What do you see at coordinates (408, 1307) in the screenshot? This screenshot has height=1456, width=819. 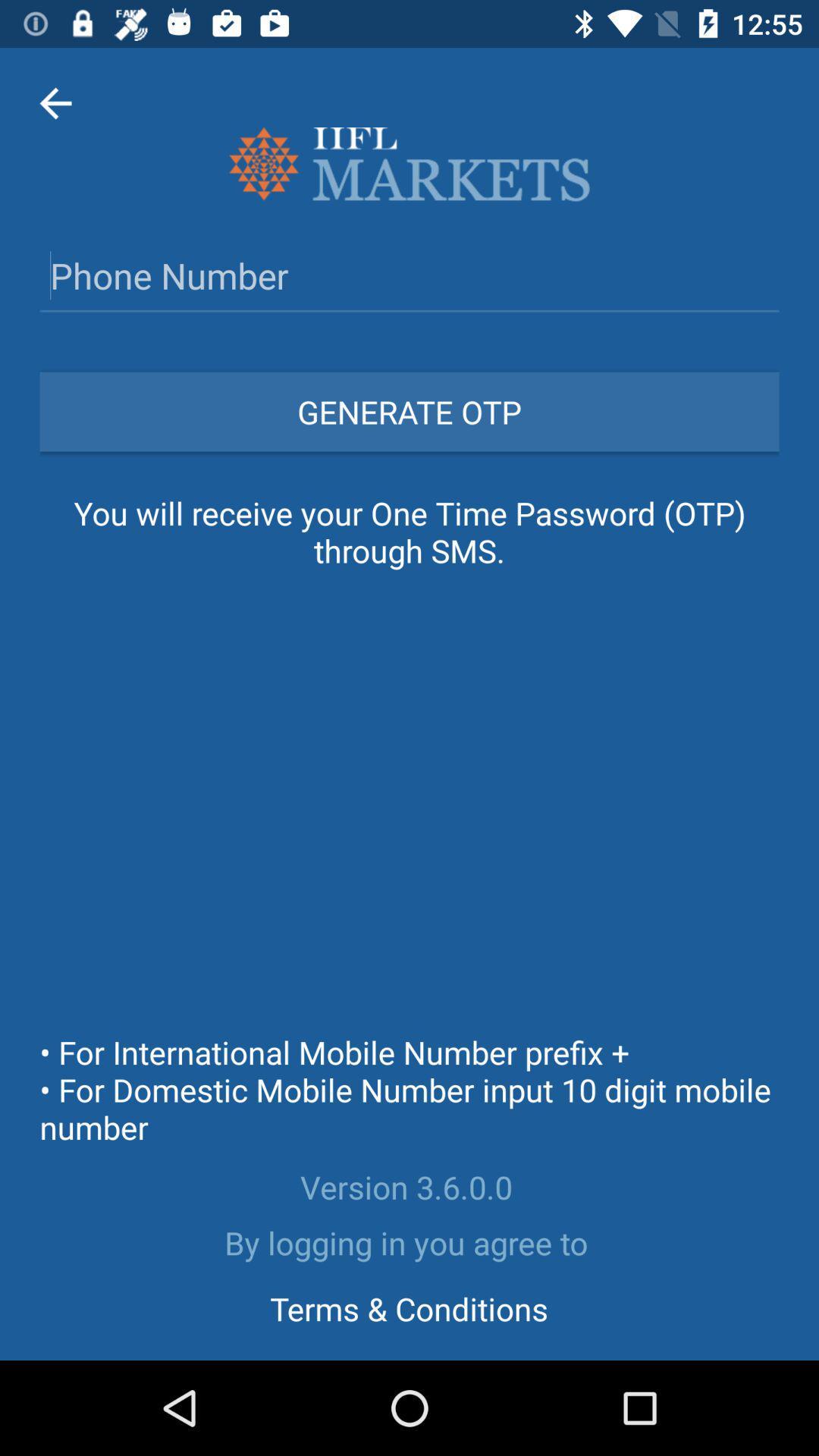 I see `terms & conditions icon` at bounding box center [408, 1307].